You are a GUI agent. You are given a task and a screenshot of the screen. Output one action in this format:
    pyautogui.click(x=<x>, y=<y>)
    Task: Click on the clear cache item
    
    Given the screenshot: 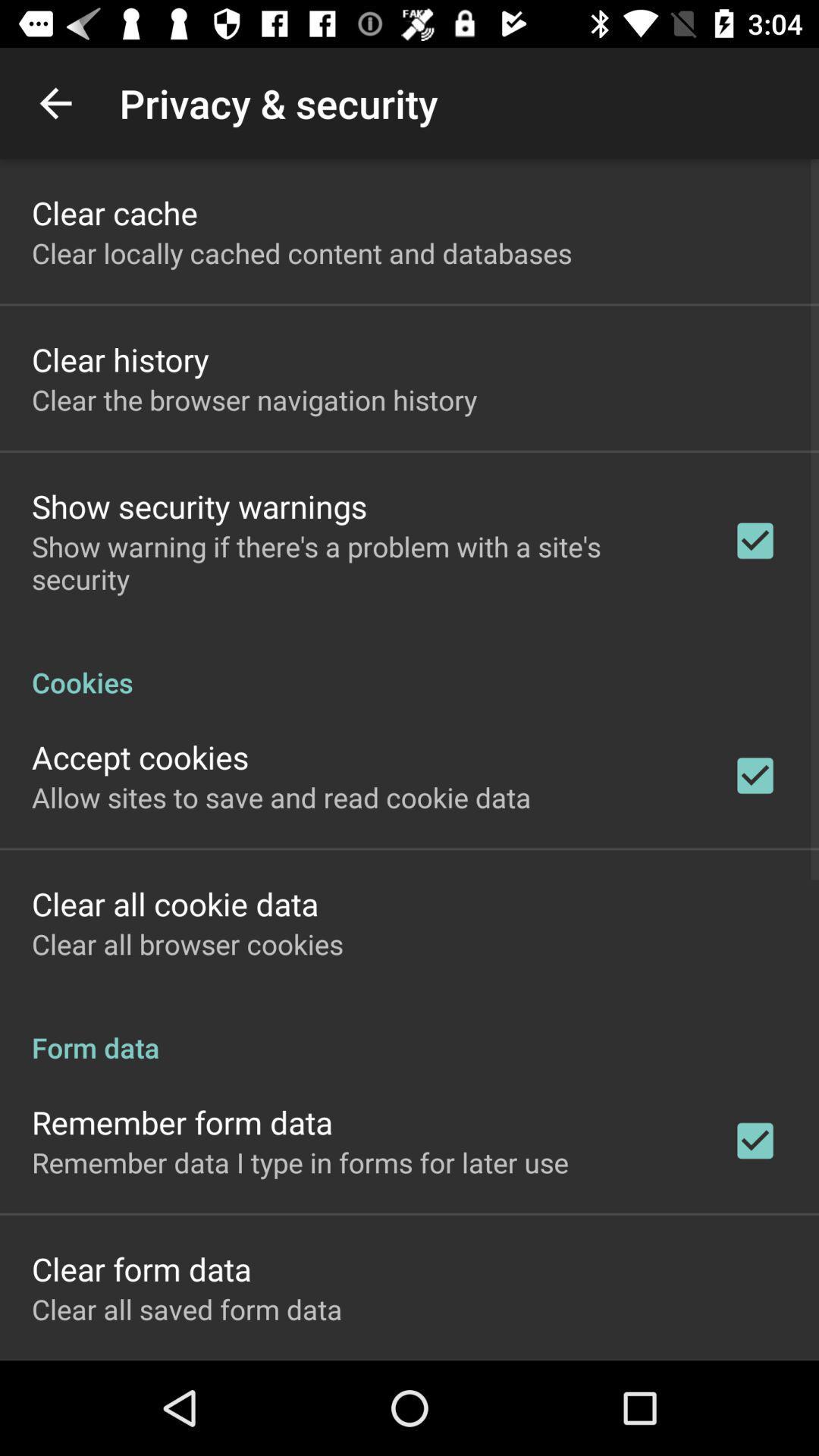 What is the action you would take?
    pyautogui.click(x=114, y=212)
    